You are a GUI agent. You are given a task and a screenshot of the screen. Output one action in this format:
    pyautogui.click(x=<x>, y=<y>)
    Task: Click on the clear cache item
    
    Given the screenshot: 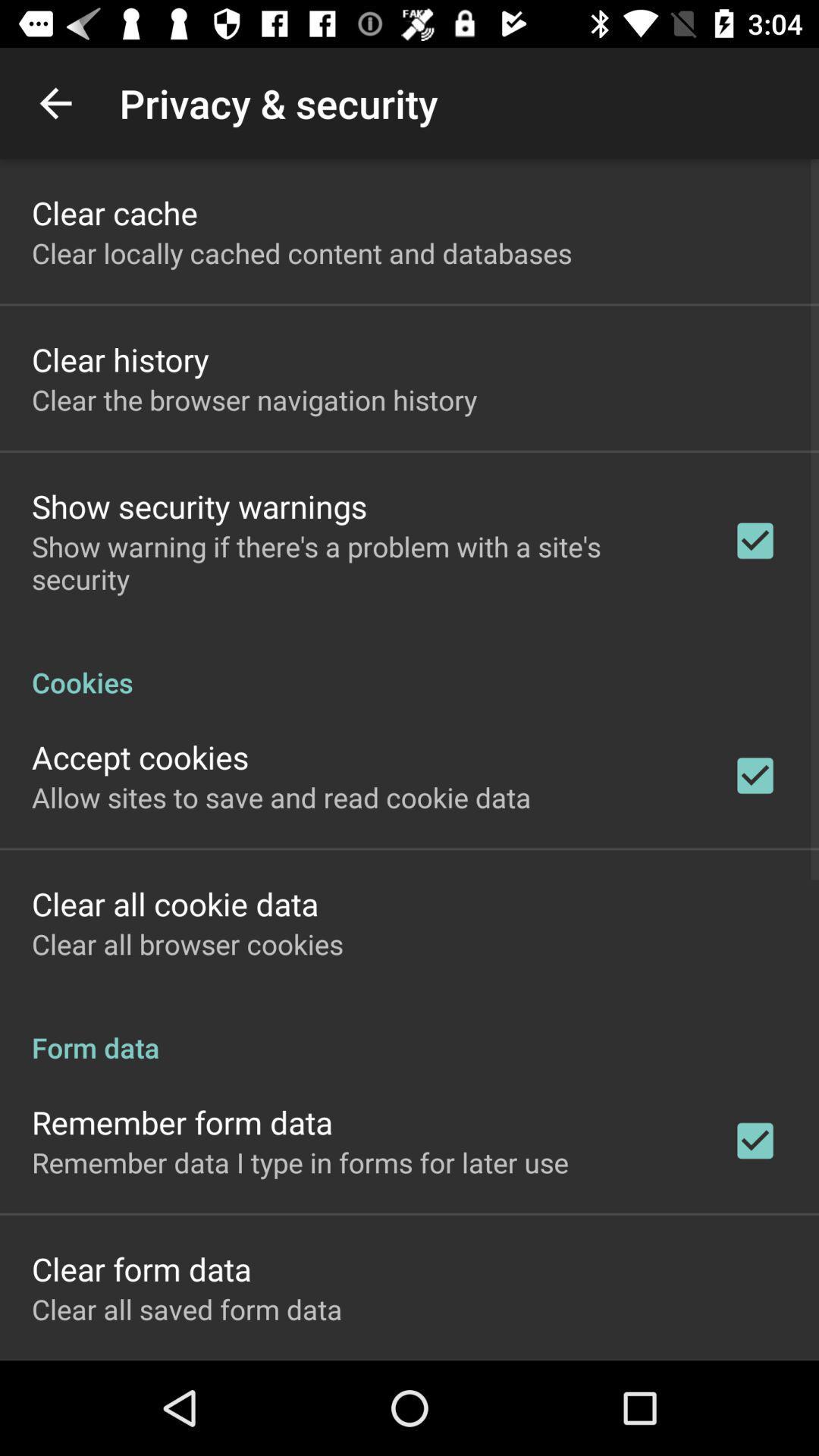 What is the action you would take?
    pyautogui.click(x=114, y=212)
    